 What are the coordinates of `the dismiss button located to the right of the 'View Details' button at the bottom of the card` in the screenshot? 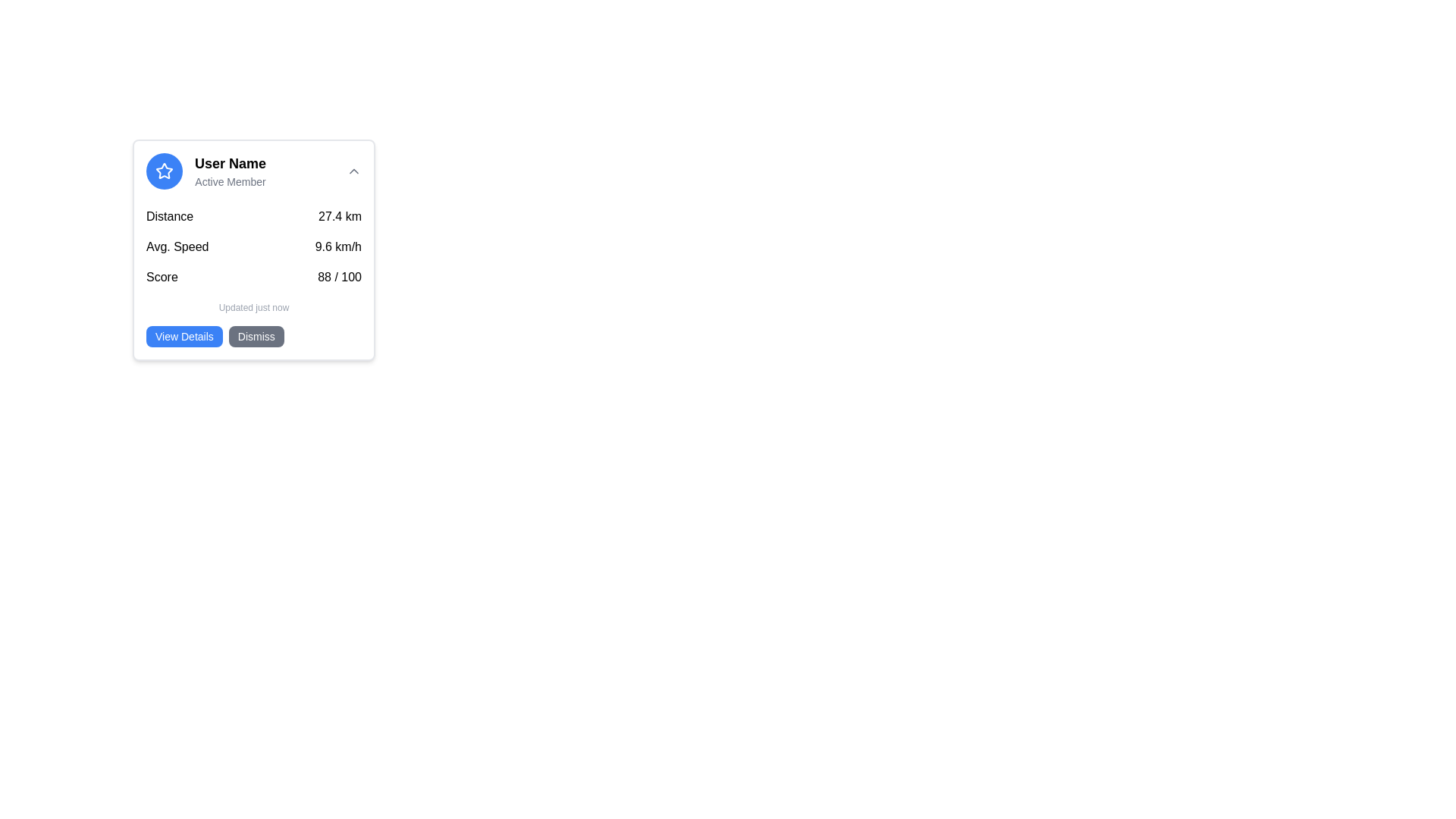 It's located at (256, 335).